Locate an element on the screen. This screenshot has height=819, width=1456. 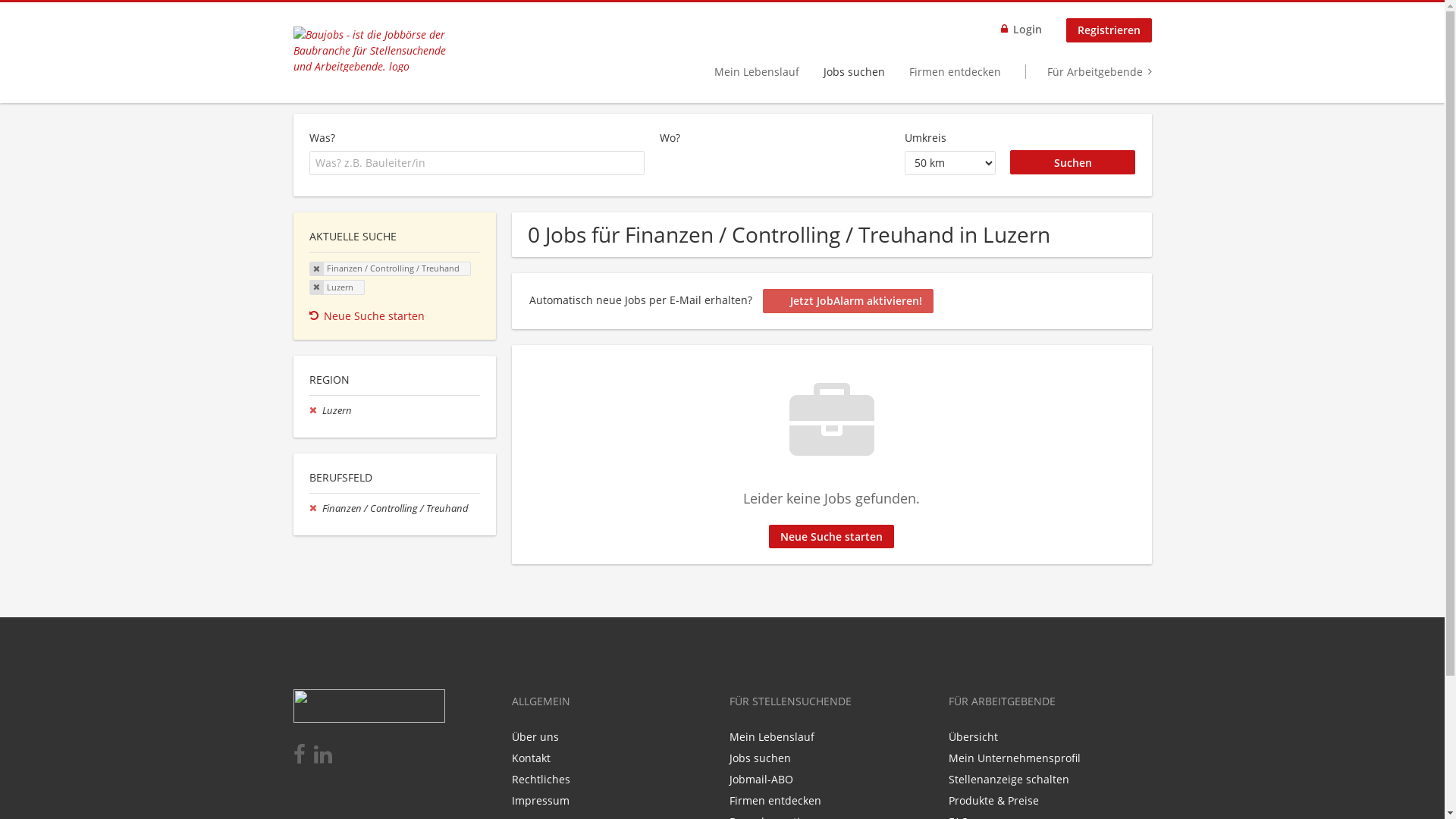
'Mein Lebenslauf' is located at coordinates (713, 71).